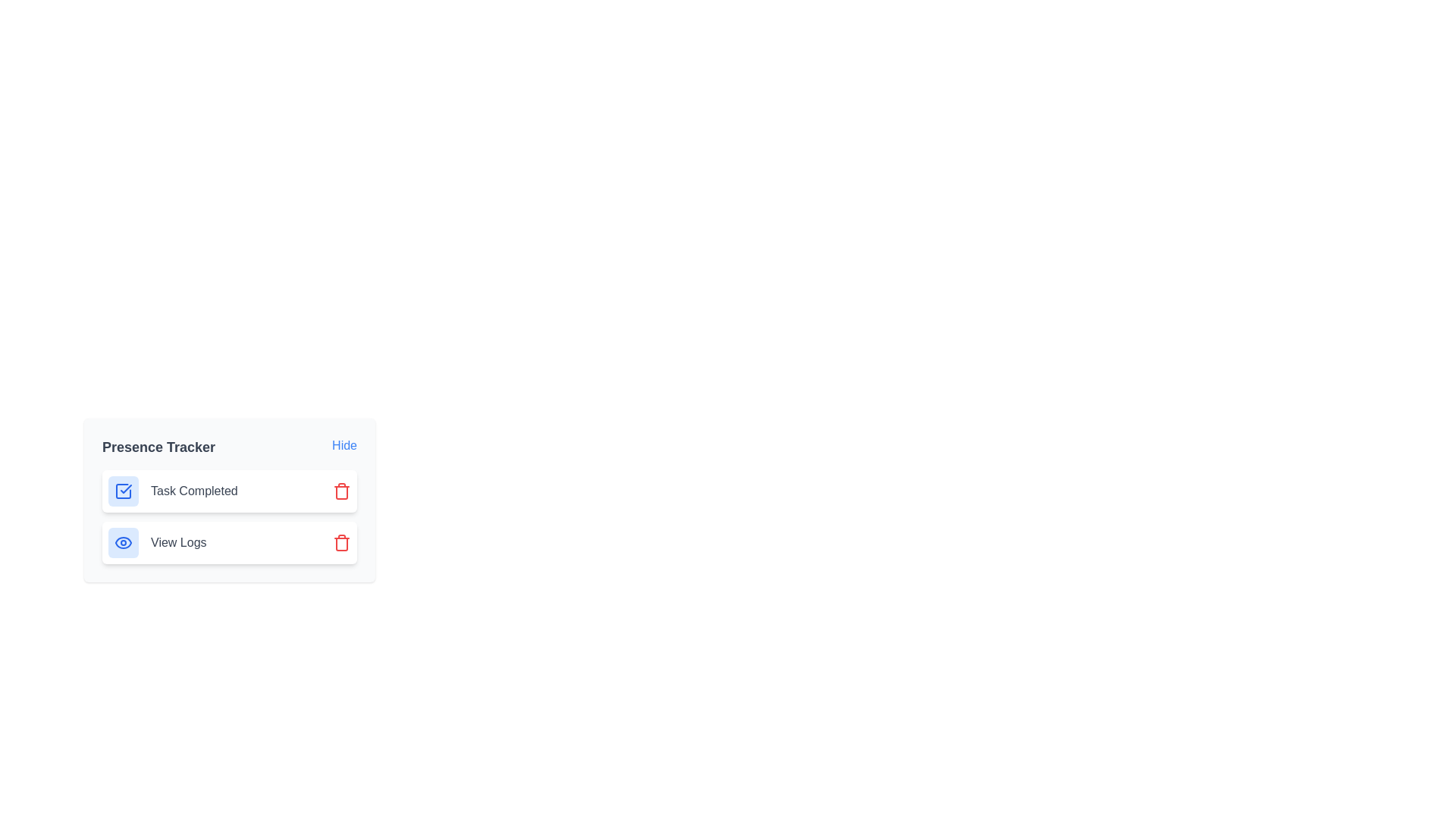 This screenshot has width=1456, height=819. I want to click on the non-interactive icon representing the status of a task within the 'Task Completed' card, located to the left of the text 'Task Completed', so click(124, 491).